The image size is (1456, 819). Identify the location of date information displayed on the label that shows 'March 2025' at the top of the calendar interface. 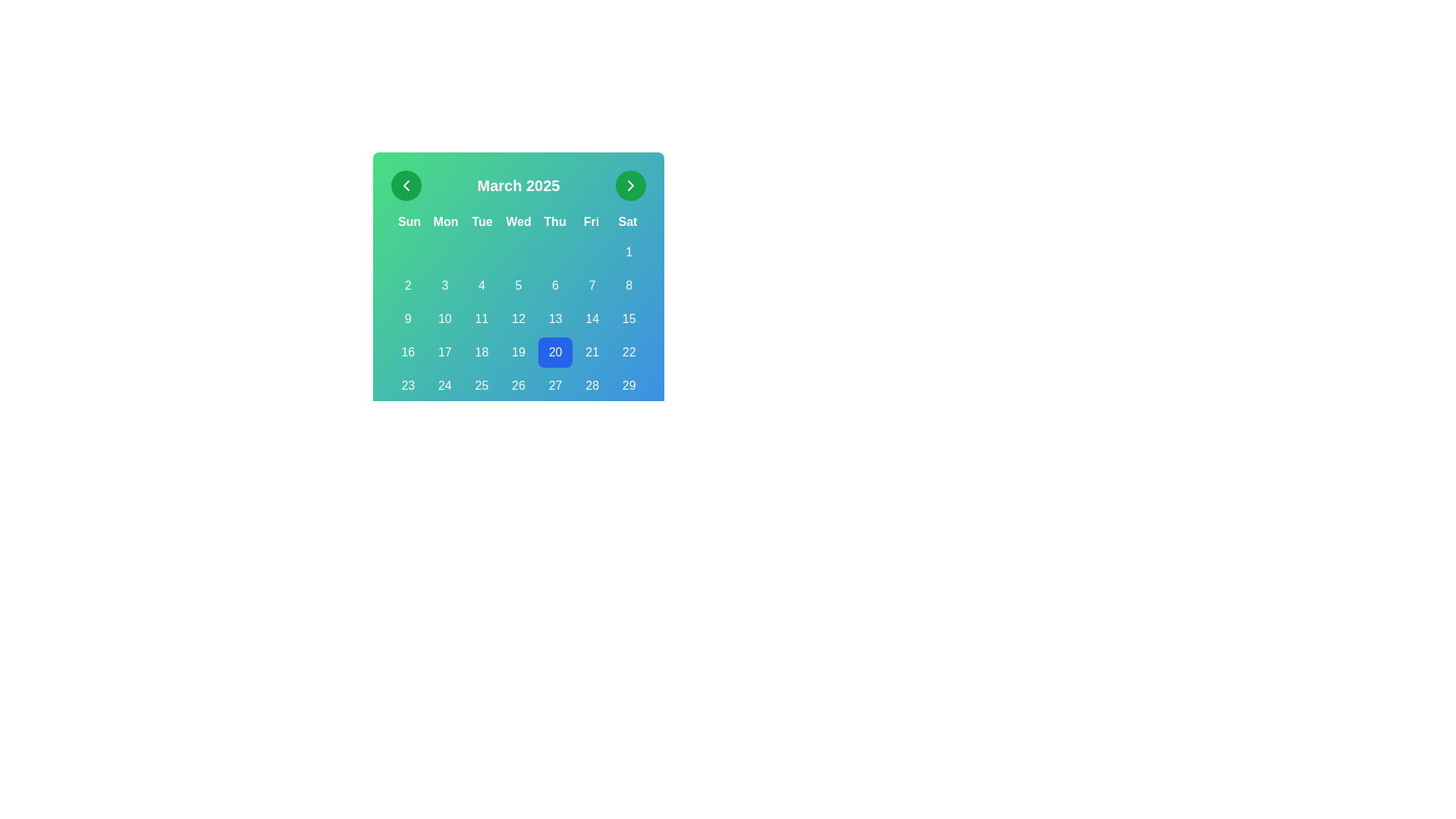
(519, 185).